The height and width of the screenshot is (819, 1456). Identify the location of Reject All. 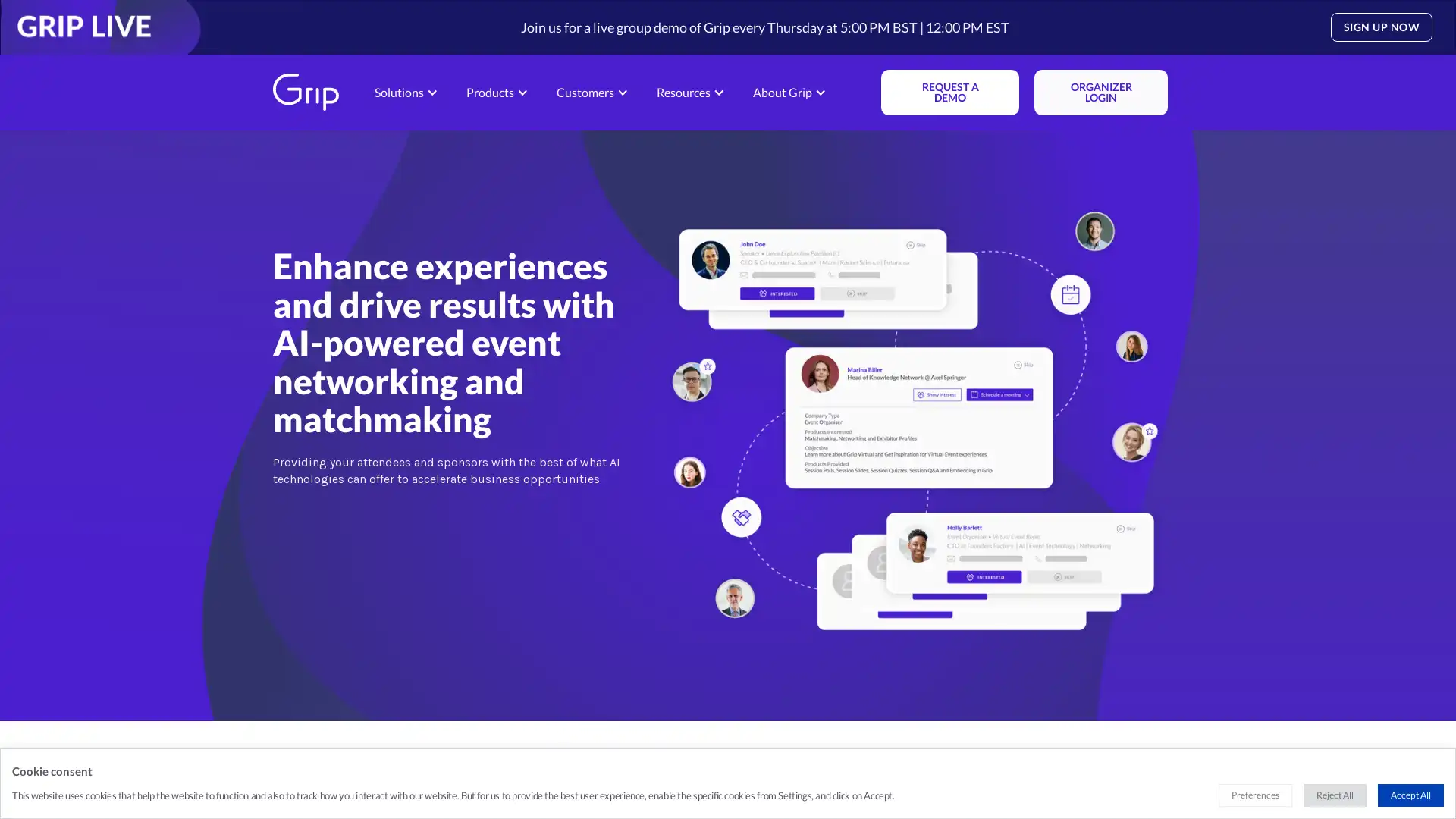
(1335, 795).